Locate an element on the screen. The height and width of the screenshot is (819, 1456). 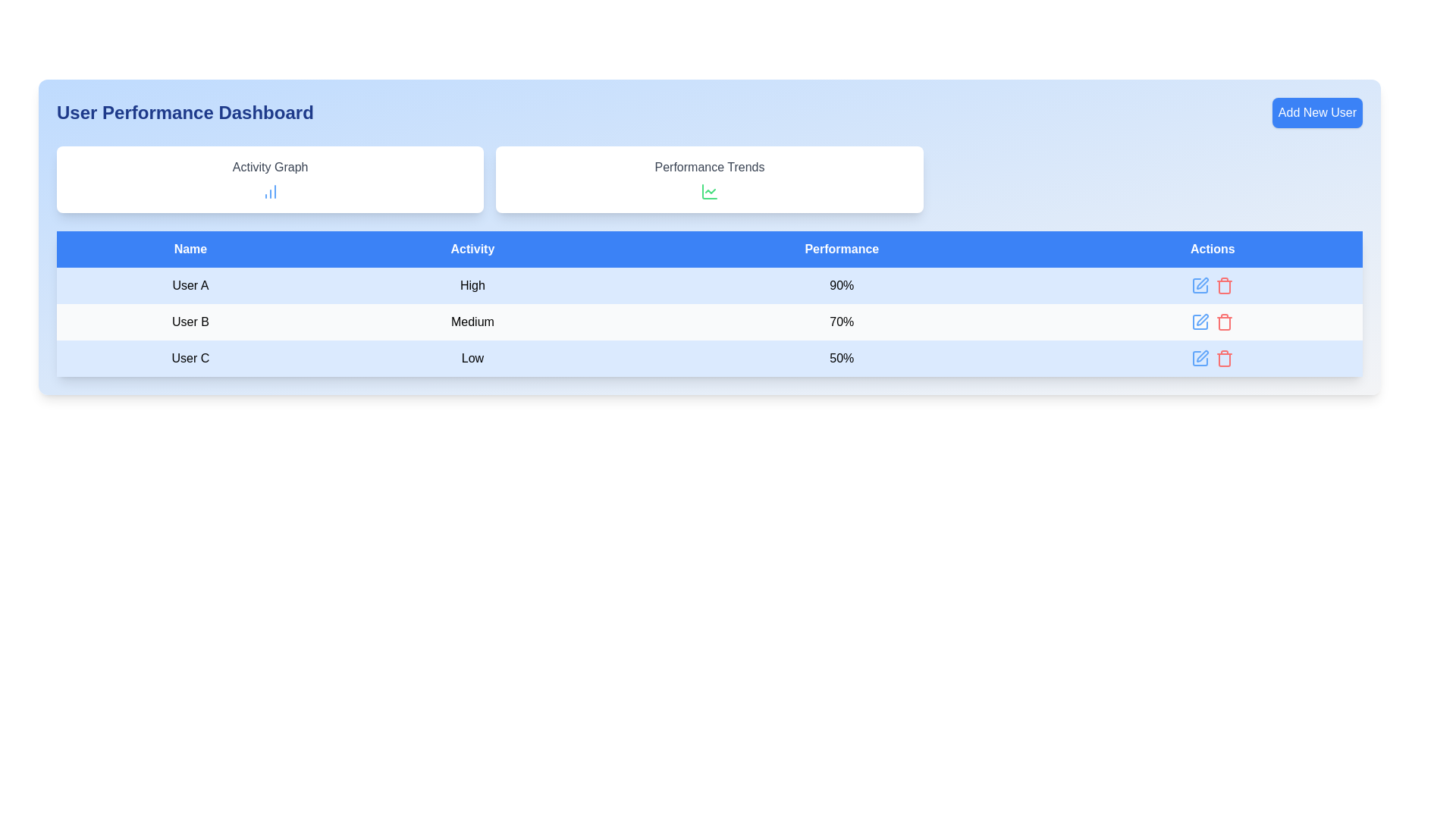
the editing icon in the 'Actions' column for 'User B' in the 'User Performance Dashboard' table is located at coordinates (1202, 318).